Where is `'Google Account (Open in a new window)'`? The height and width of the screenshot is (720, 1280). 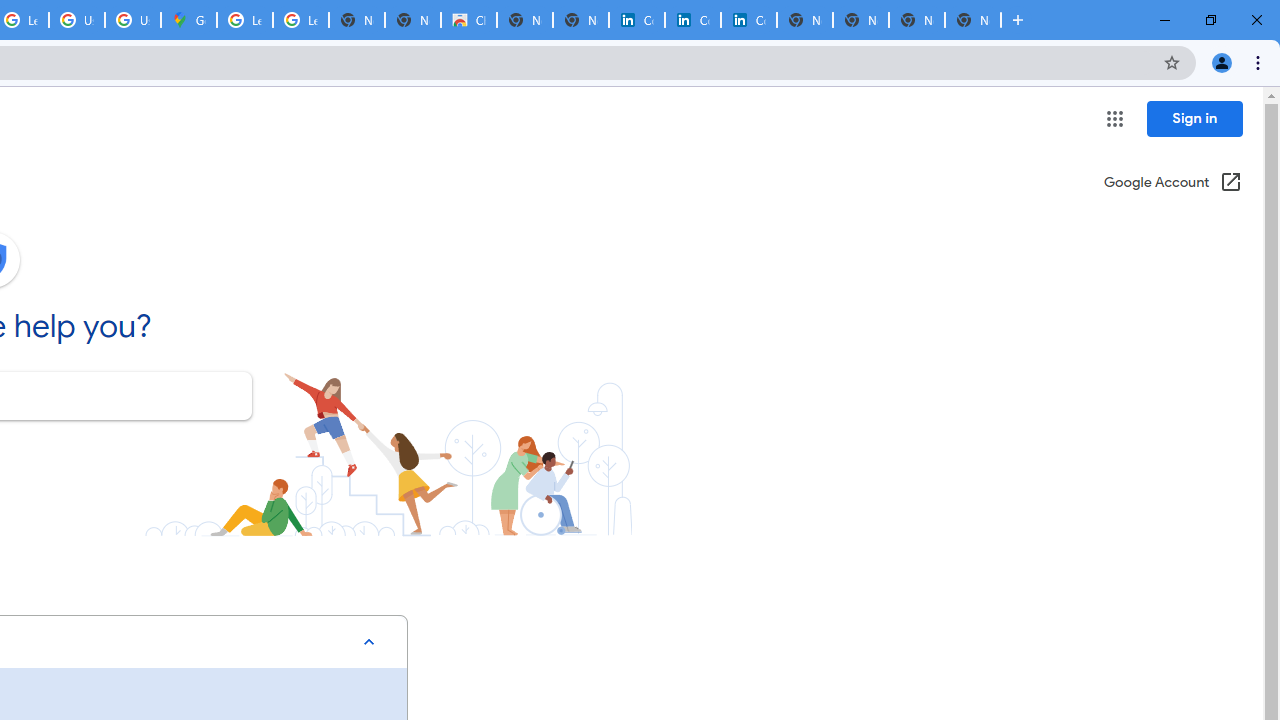 'Google Account (Open in a new window)' is located at coordinates (1173, 183).